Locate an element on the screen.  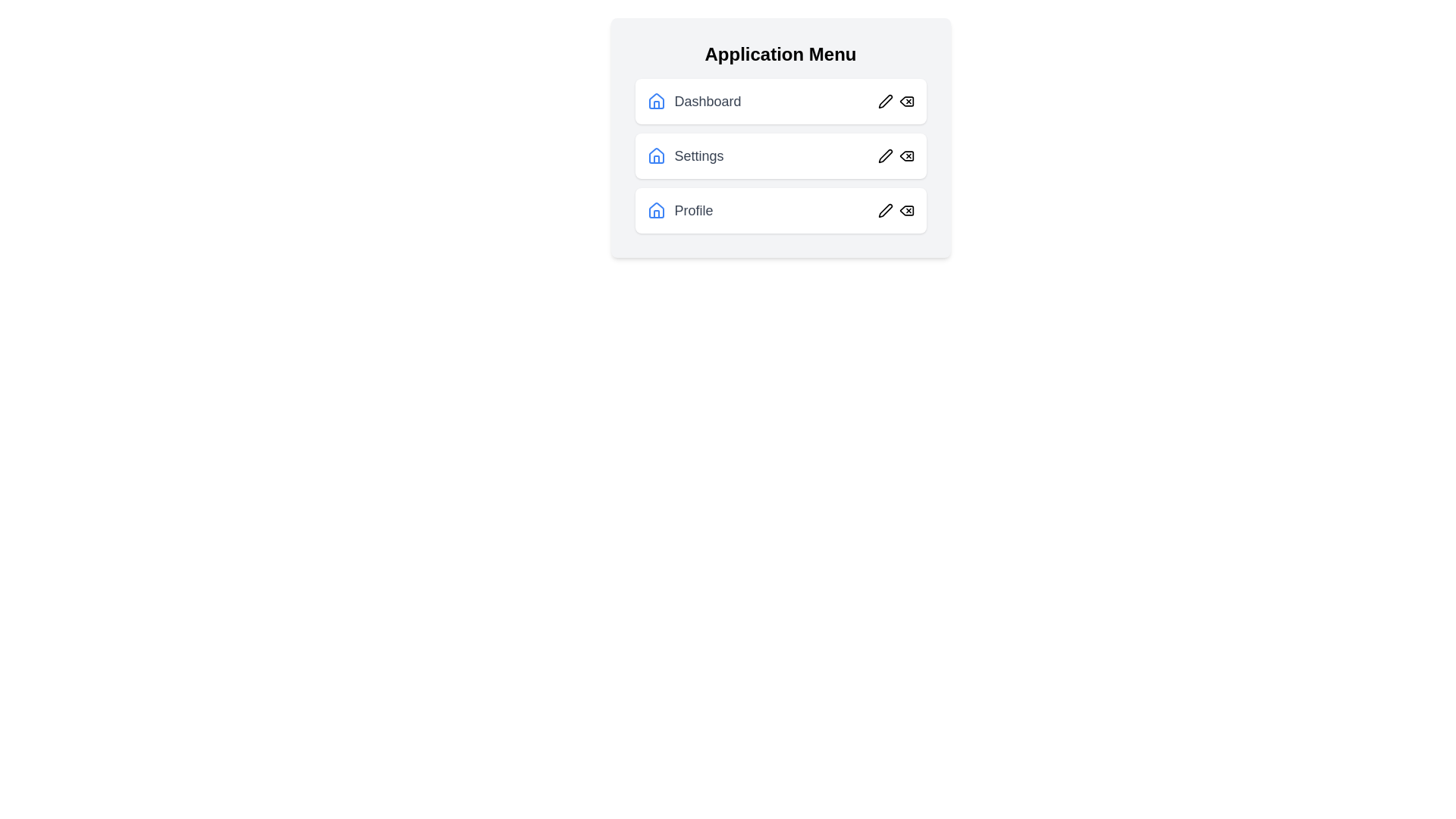
the second icon representing the delete action, which is located to the right of the 'Settings' section in the interface is located at coordinates (896, 155).